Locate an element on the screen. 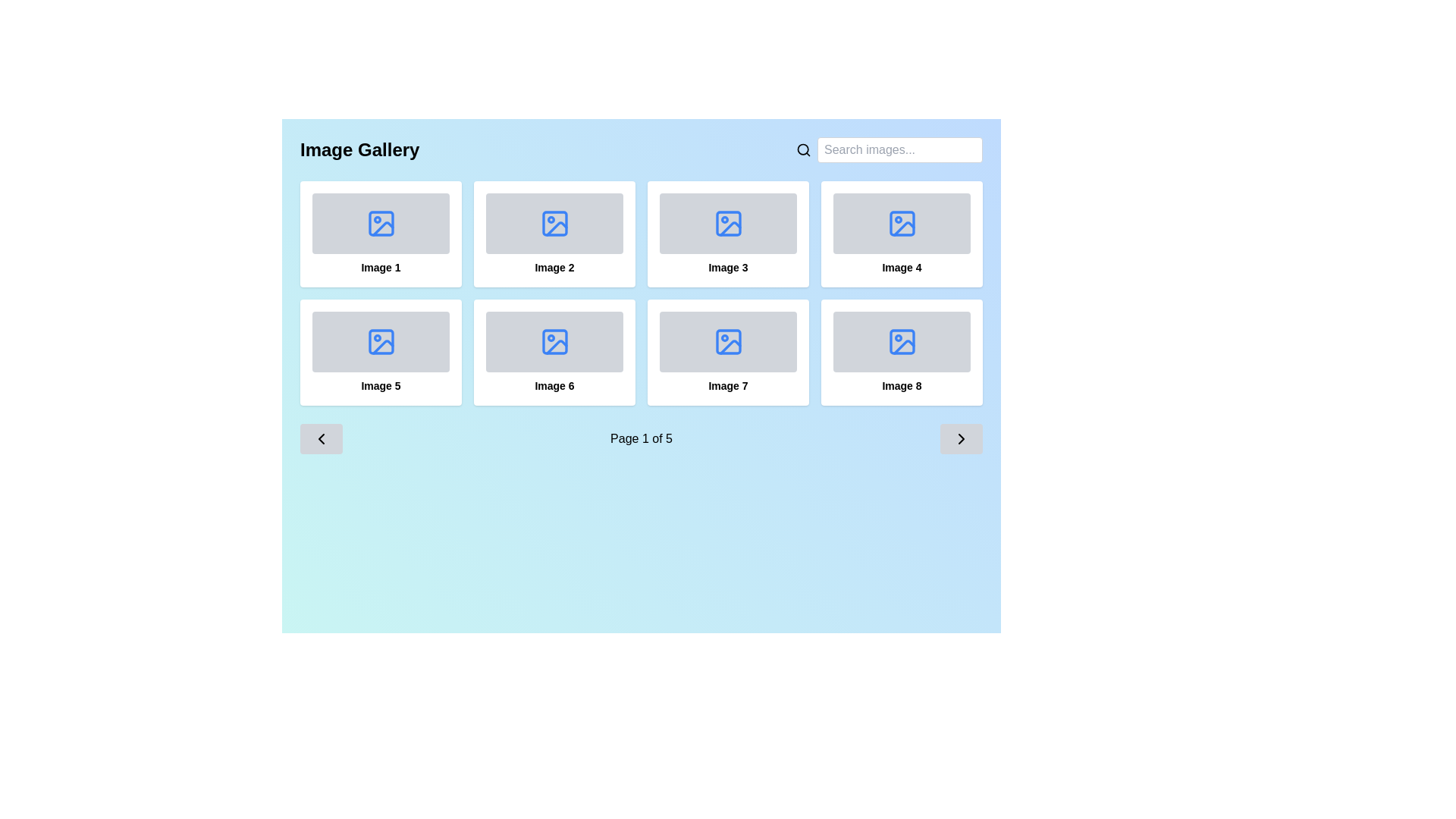 The width and height of the screenshot is (1456, 819). the fourth card in the grid layout, which serves as a placeholder for 'Image 4' is located at coordinates (902, 234).